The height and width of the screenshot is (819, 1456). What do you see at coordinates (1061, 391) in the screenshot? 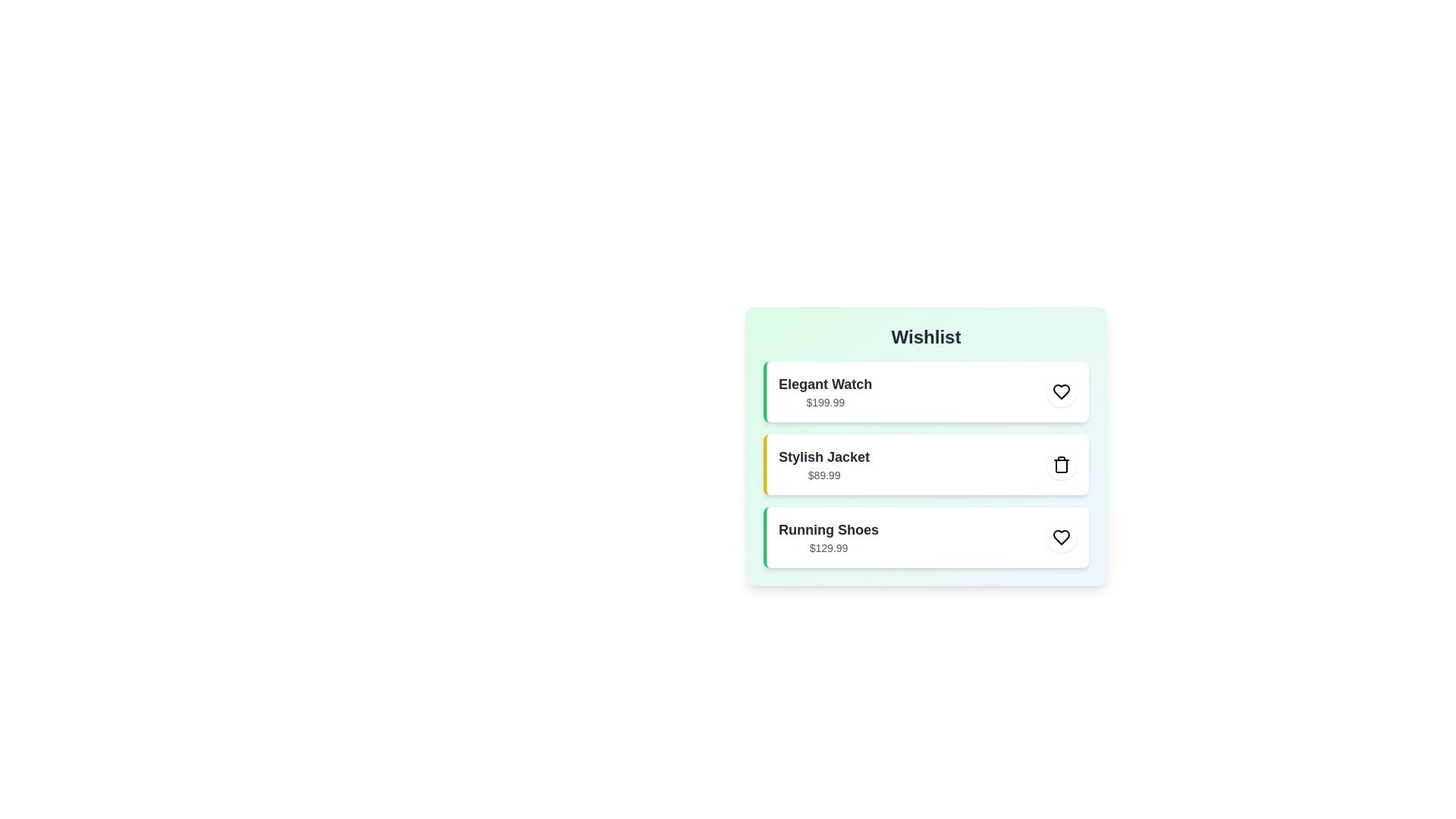
I see `toggle button for the item Elegant Watch to change its wishlist status` at bounding box center [1061, 391].